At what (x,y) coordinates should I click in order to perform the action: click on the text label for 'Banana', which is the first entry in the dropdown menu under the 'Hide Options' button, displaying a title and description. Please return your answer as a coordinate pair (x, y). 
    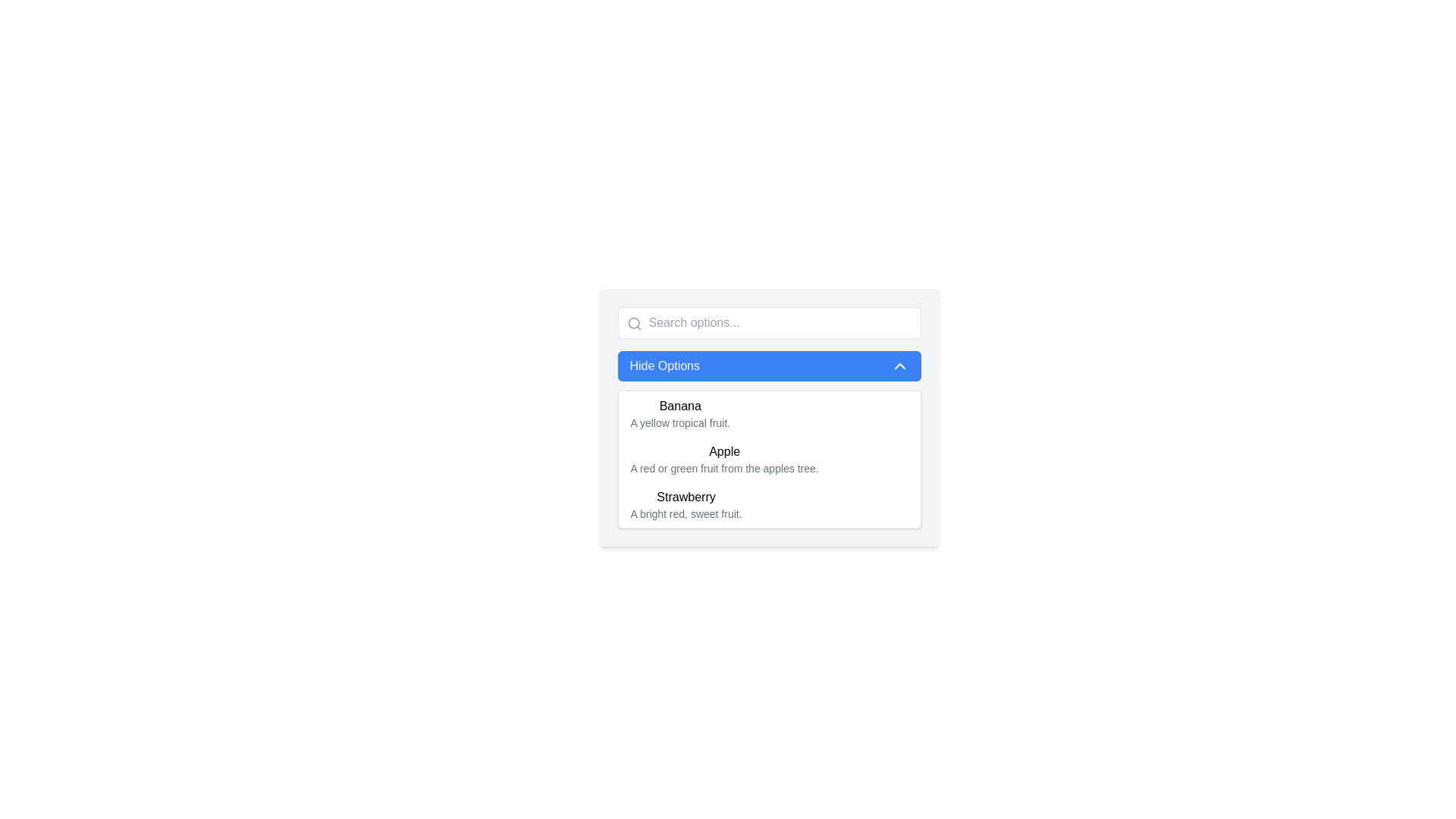
    Looking at the image, I should click on (679, 414).